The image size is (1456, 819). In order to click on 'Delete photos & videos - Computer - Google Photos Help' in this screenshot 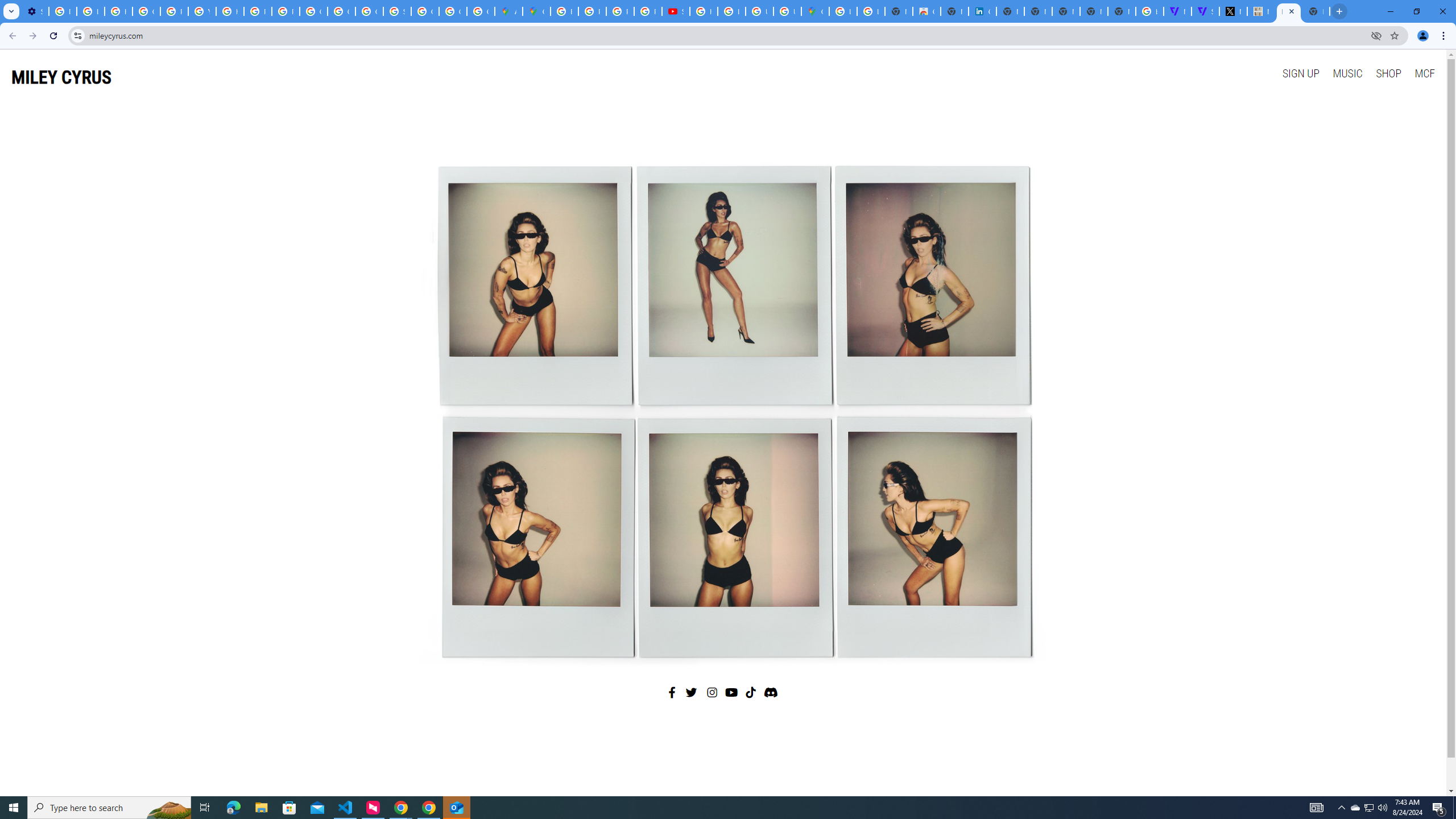, I will do `click(63, 11)`.